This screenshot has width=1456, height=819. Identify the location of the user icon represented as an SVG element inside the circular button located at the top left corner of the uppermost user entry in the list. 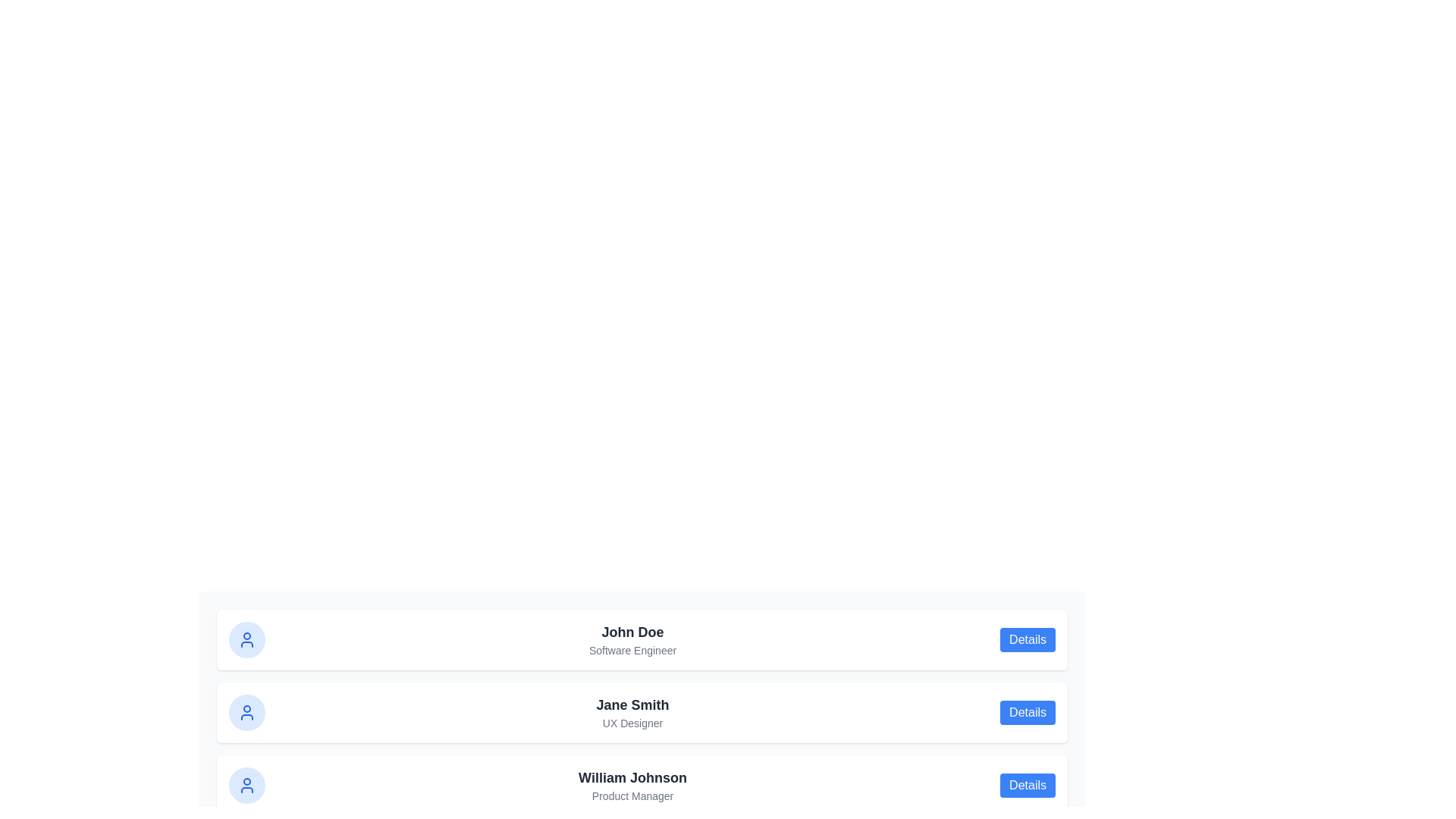
(247, 640).